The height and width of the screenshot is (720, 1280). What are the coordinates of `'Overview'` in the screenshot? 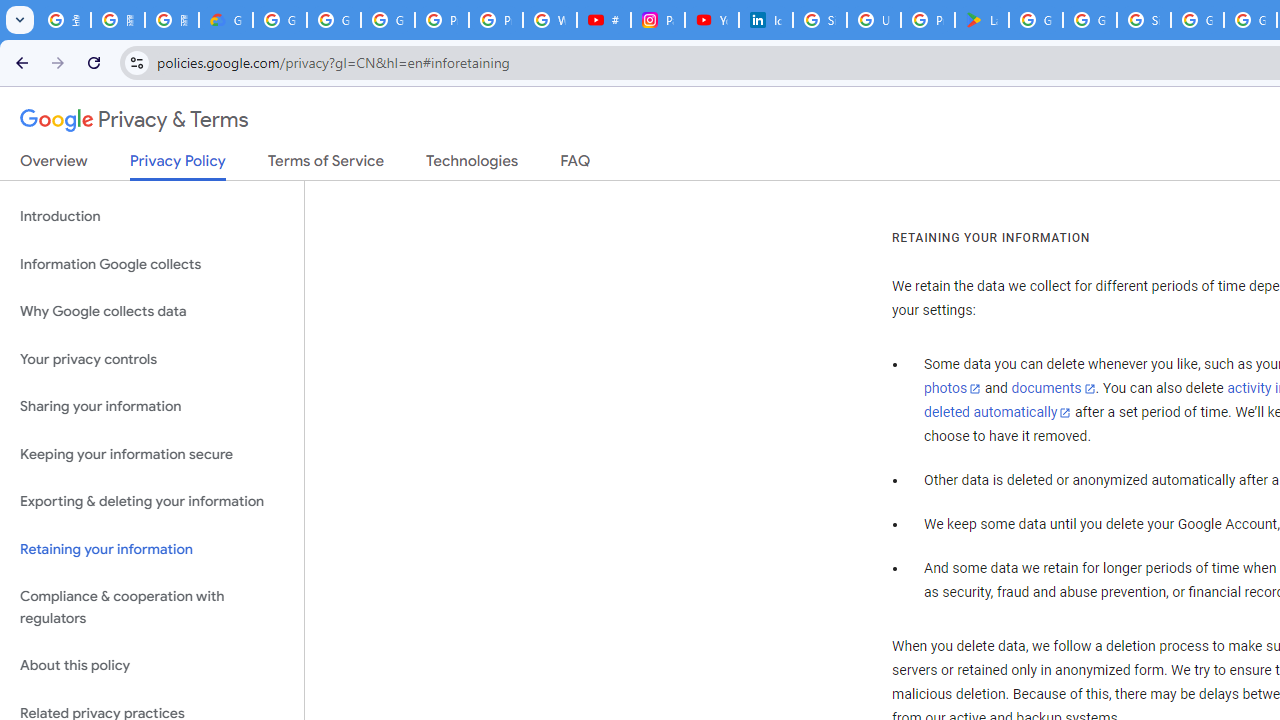 It's located at (54, 164).